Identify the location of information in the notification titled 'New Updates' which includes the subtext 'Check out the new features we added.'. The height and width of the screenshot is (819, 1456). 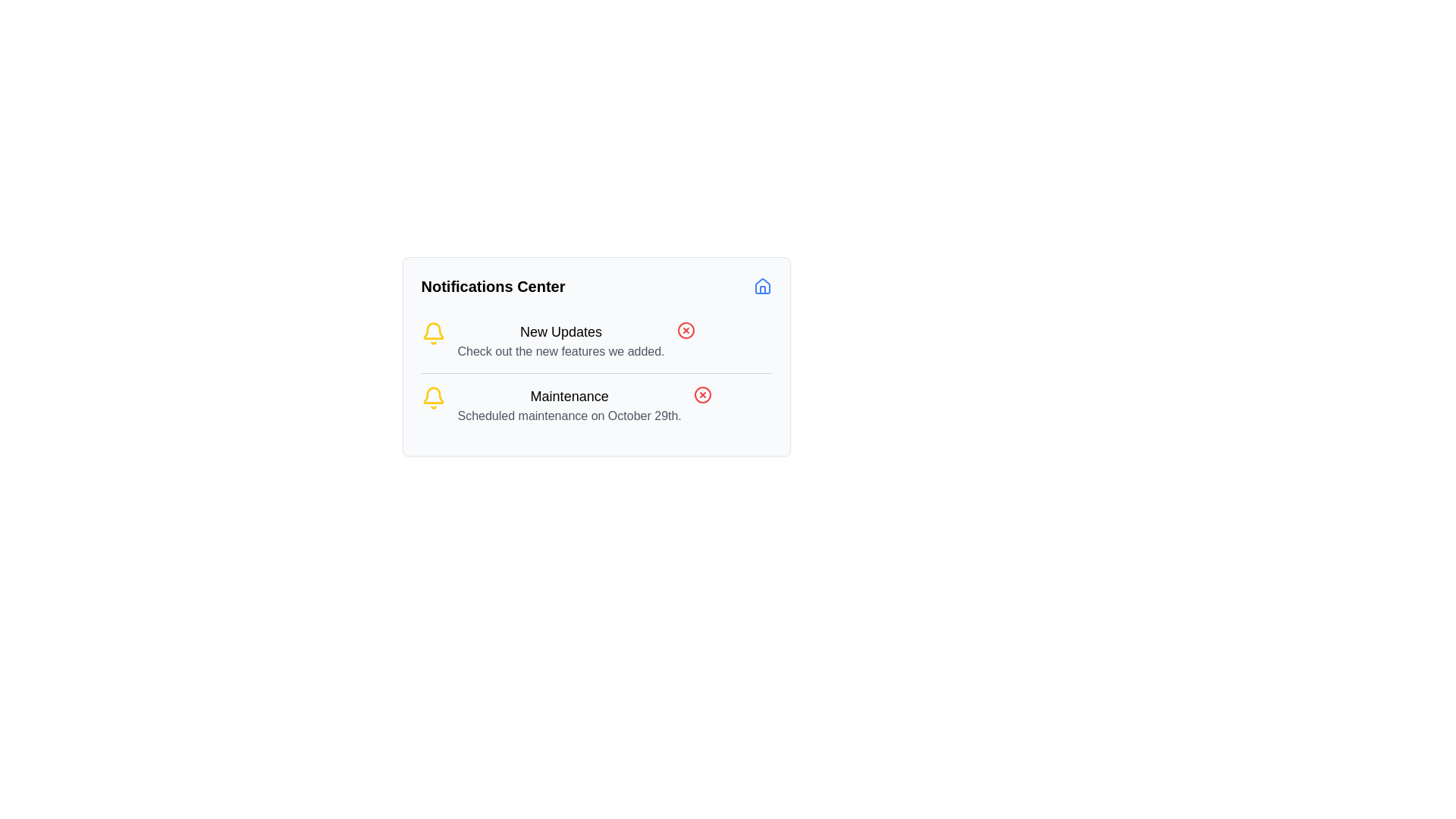
(560, 341).